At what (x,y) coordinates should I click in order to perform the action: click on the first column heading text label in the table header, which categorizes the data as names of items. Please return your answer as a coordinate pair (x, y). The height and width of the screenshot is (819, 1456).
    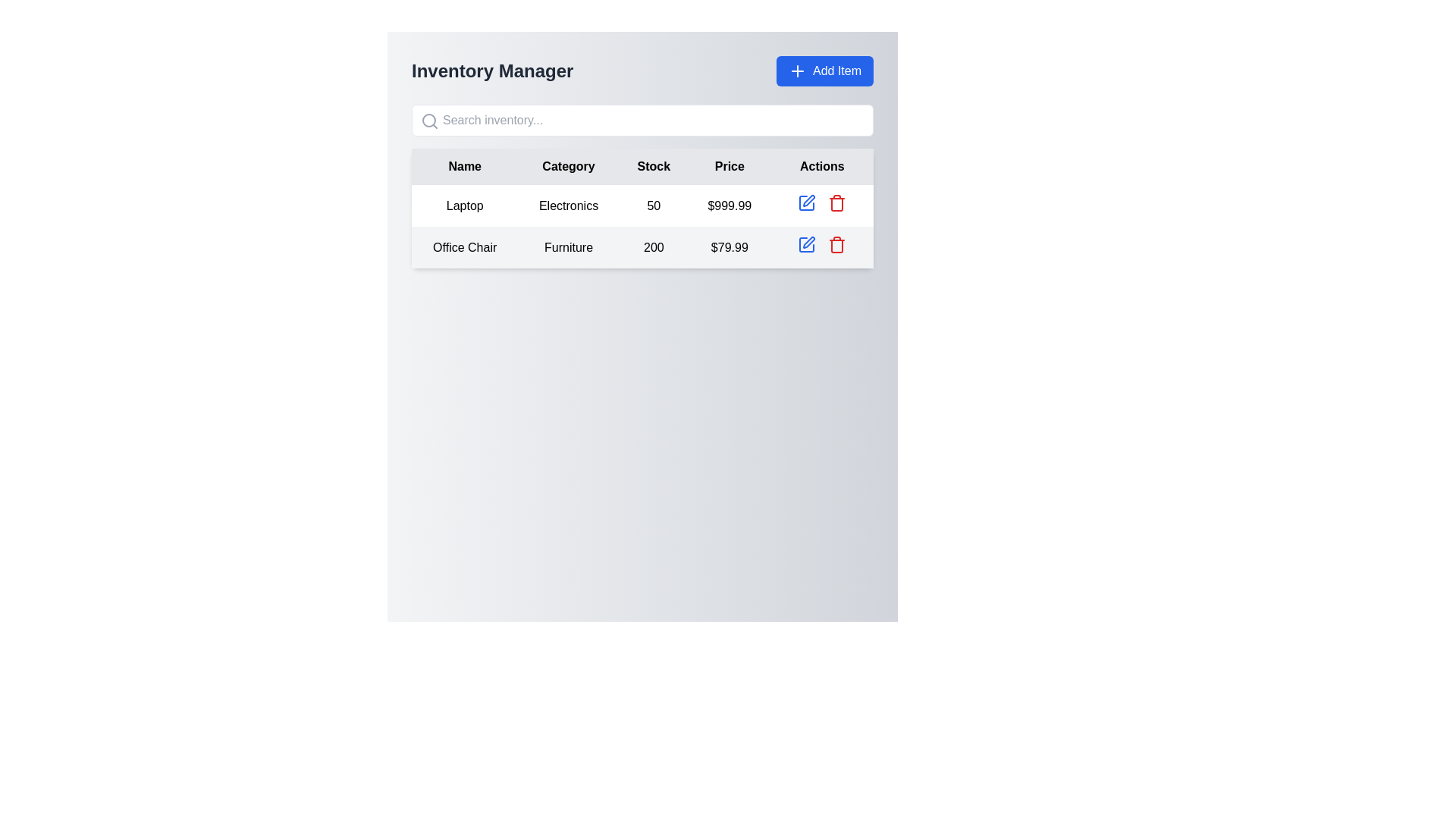
    Looking at the image, I should click on (464, 166).